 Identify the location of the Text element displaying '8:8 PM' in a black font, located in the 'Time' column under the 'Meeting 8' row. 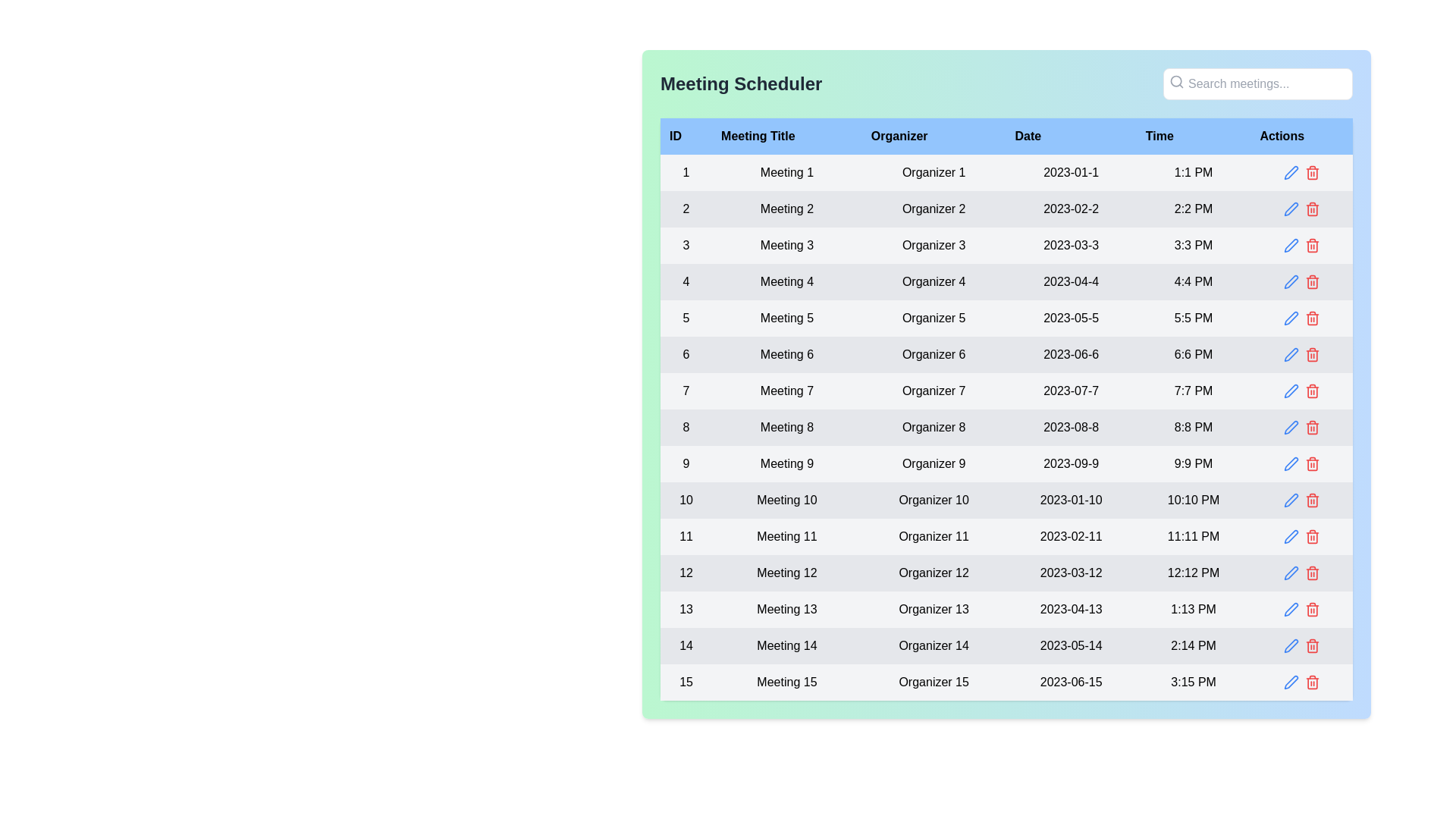
(1193, 427).